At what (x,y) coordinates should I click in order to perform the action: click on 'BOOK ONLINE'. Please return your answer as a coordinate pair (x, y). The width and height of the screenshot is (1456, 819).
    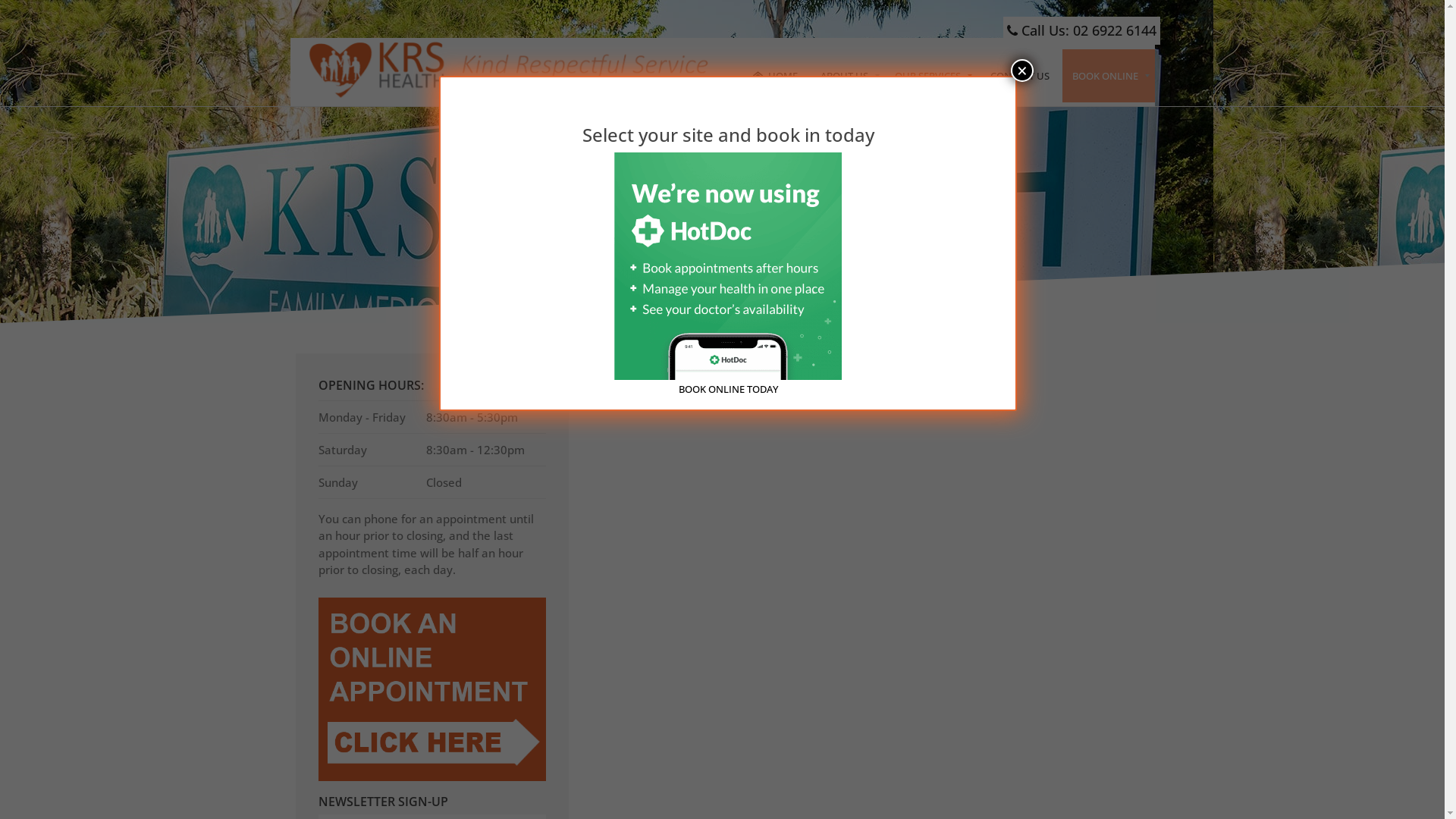
    Looking at the image, I should click on (1107, 76).